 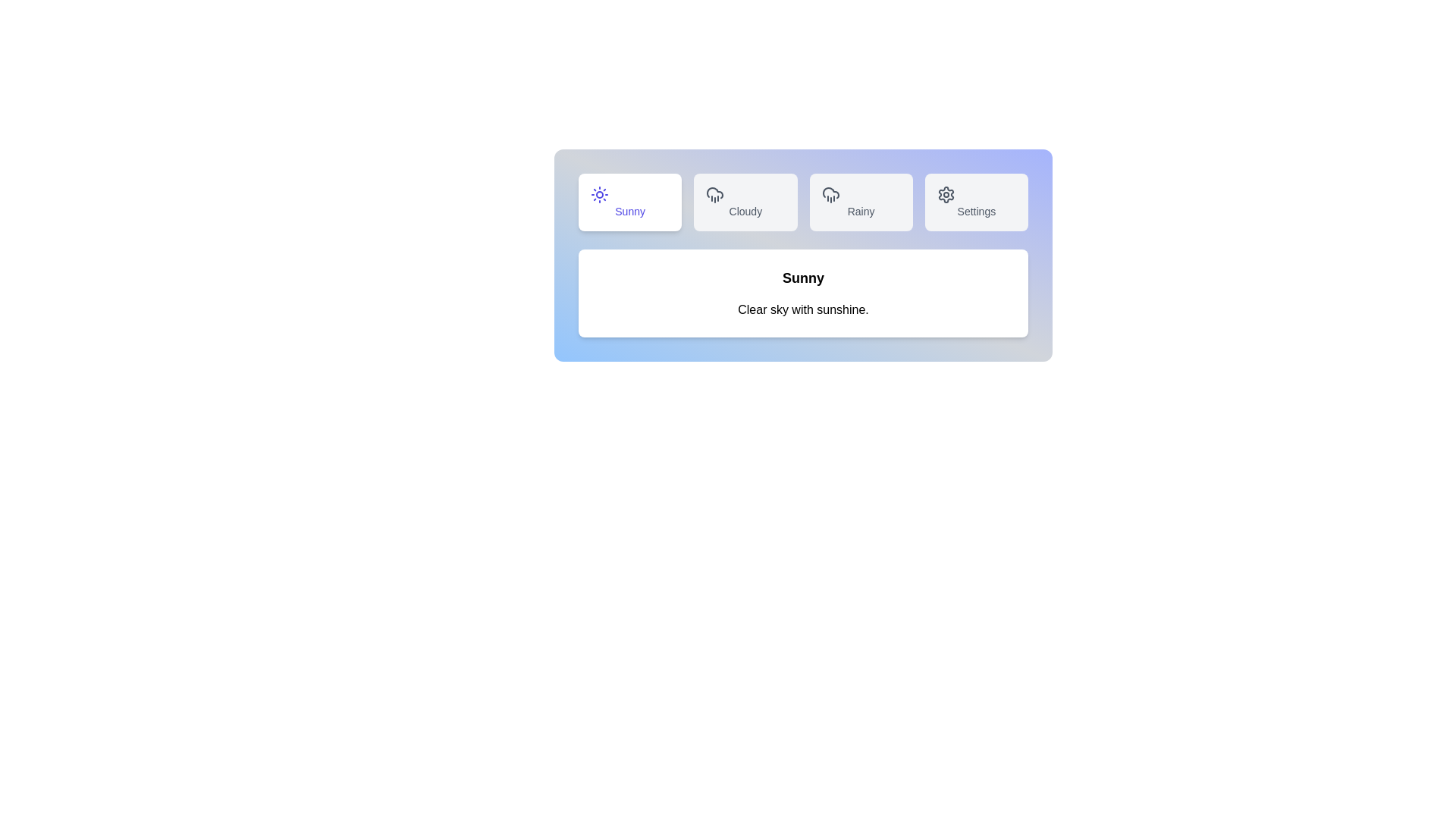 I want to click on the Sunny tab, so click(x=630, y=201).